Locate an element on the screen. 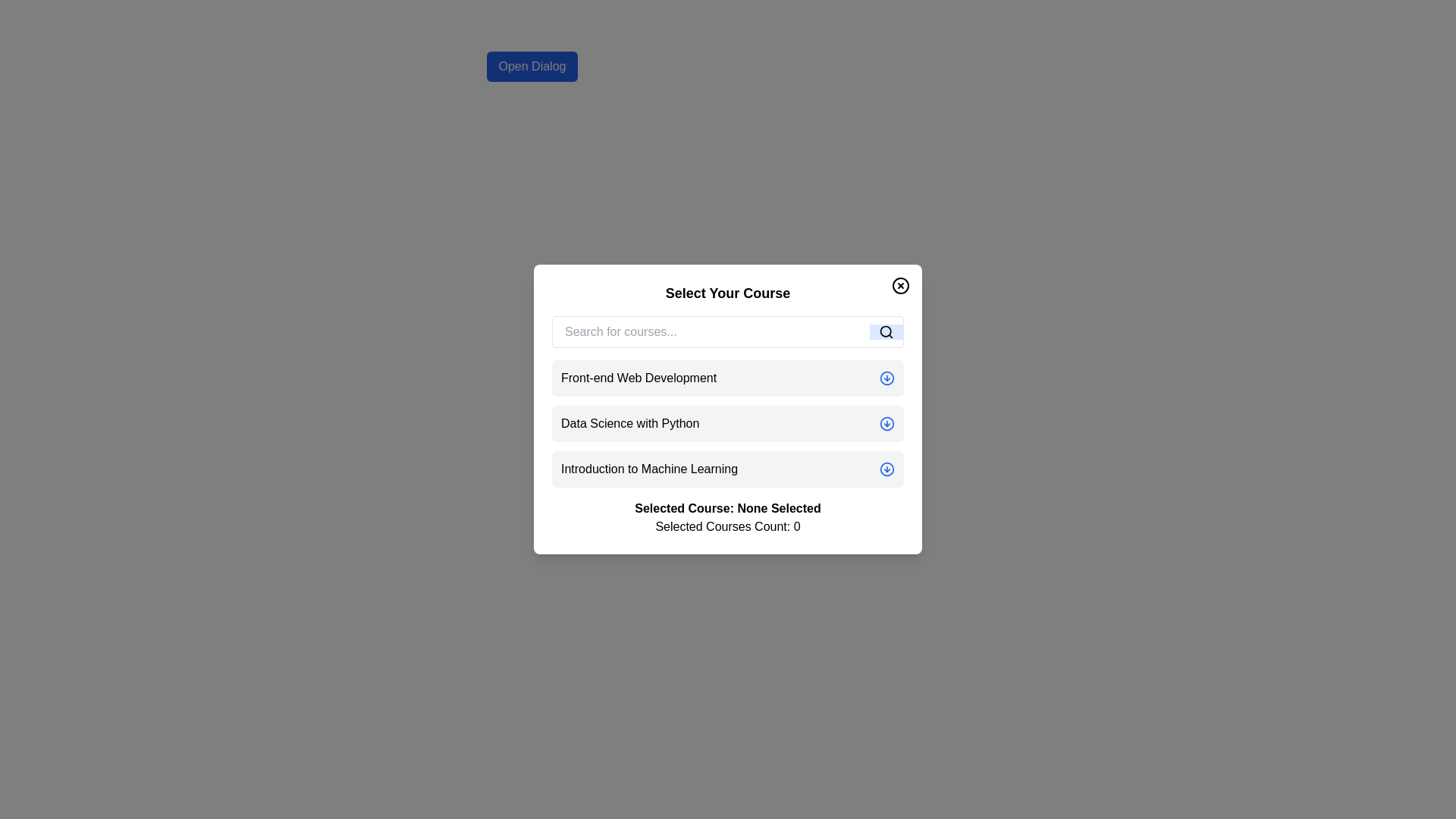 This screenshot has width=1456, height=819. the 'Introduction to Machine Learning' course selection item located in the third row of the course list is located at coordinates (649, 468).